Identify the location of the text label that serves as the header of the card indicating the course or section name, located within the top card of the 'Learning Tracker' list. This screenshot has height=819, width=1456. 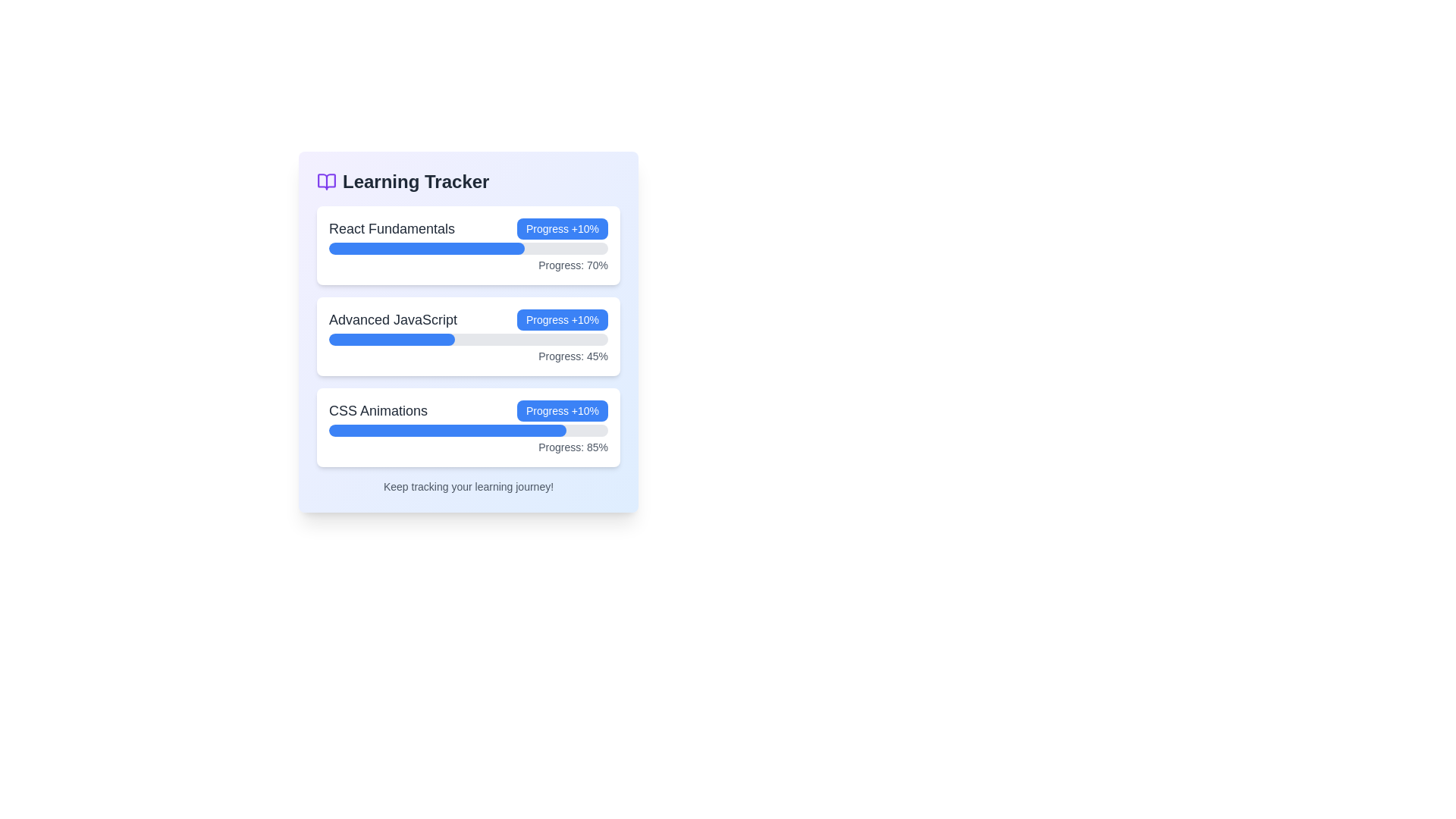
(392, 228).